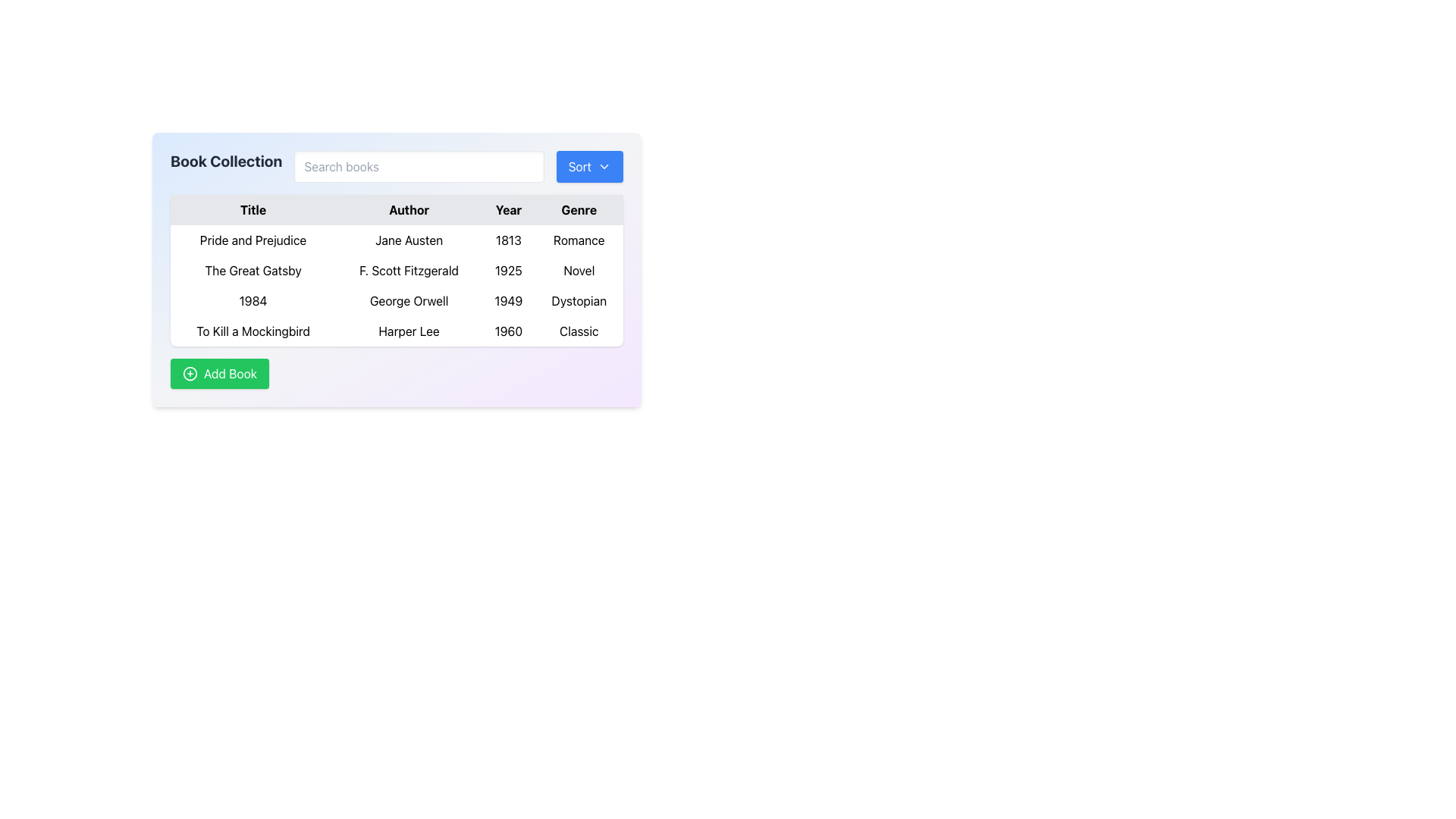 This screenshot has height=819, width=1456. What do you see at coordinates (588, 166) in the screenshot?
I see `the blue 'Sort' button with white text and a downward-pointing chevron icon` at bounding box center [588, 166].